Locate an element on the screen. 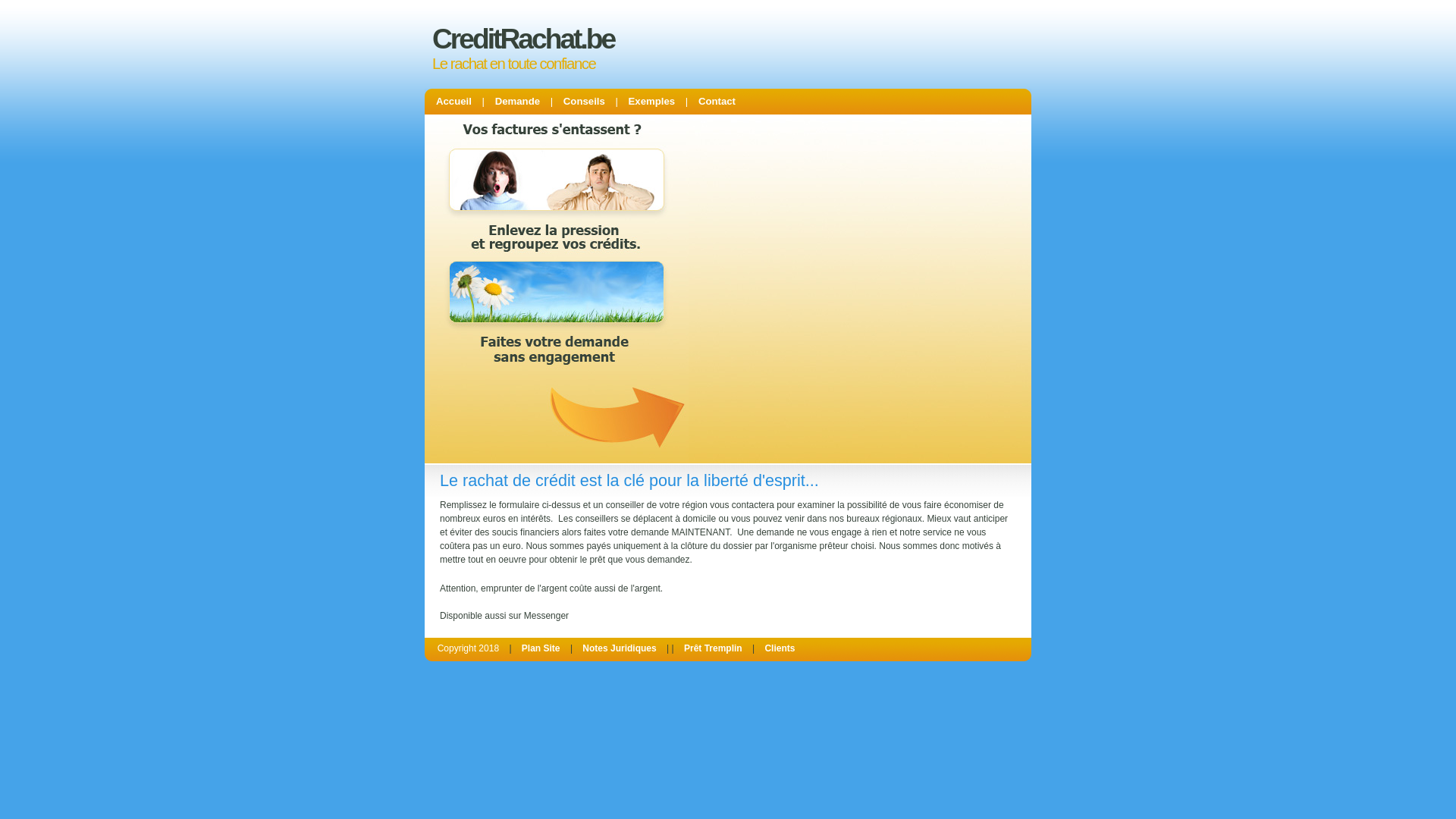 The width and height of the screenshot is (1456, 819). 'Exemples' is located at coordinates (621, 101).